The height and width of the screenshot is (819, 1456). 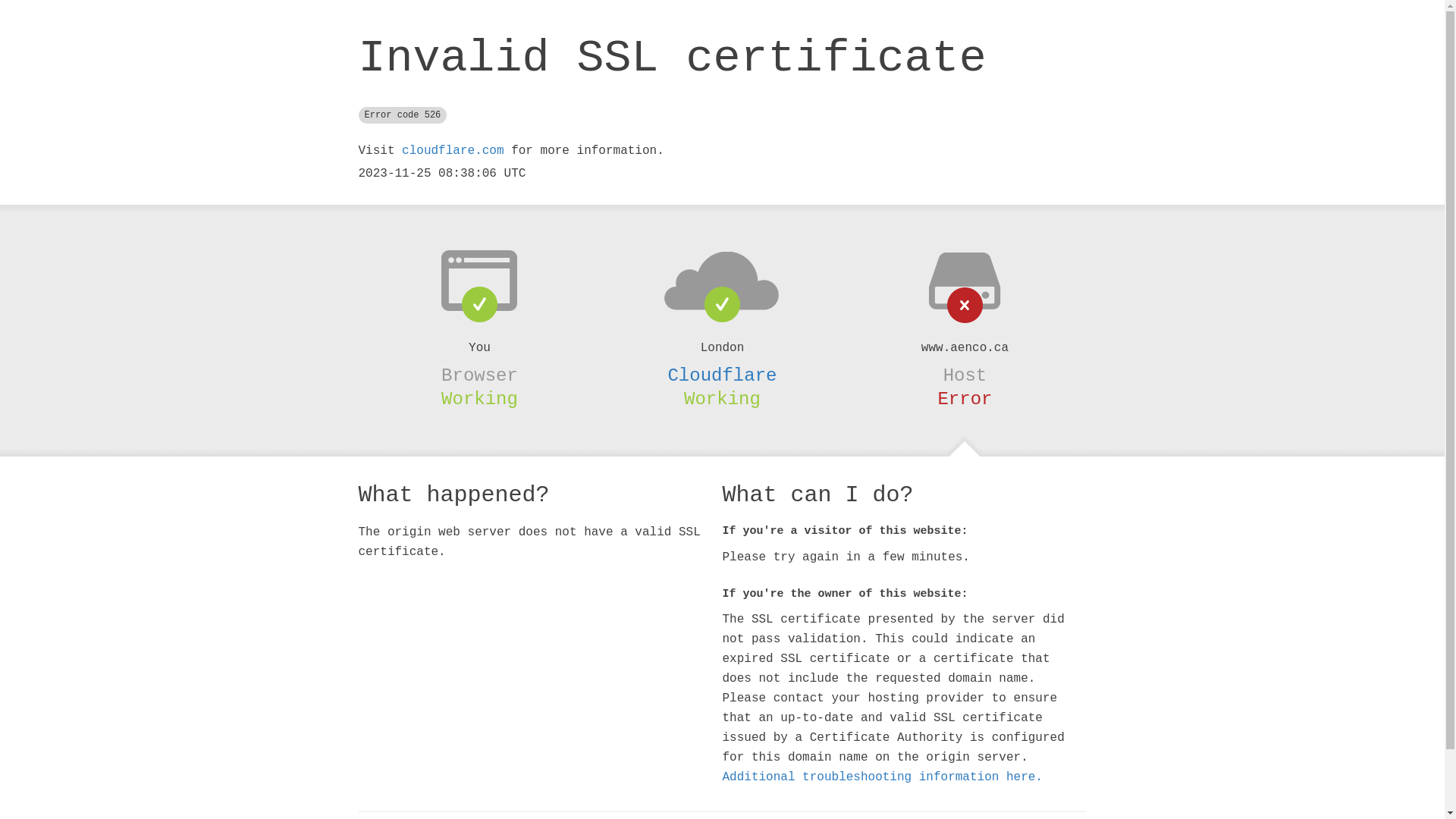 I want to click on 'cloudflare.com', so click(x=451, y=151).